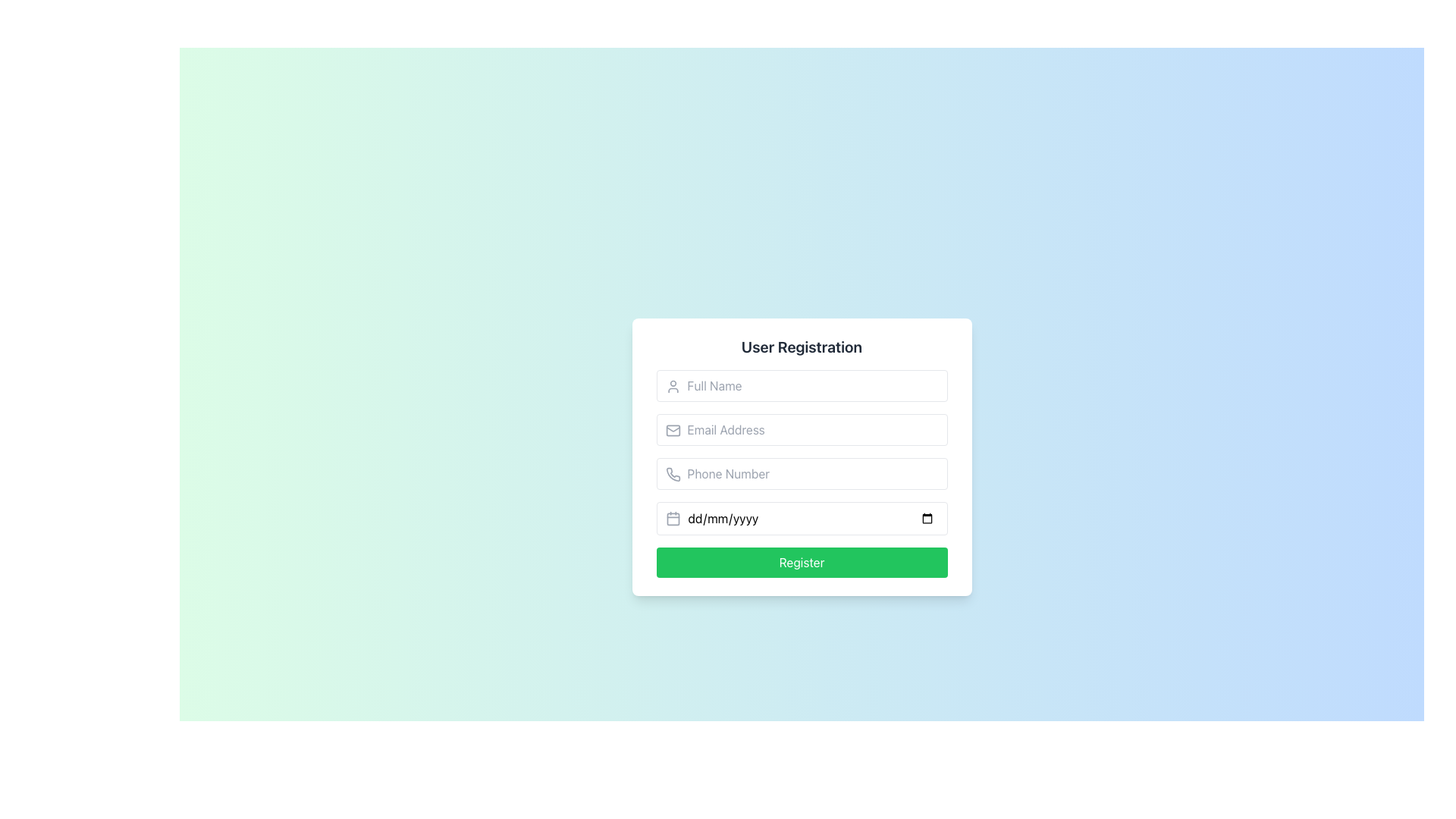 Image resolution: width=1456 pixels, height=819 pixels. I want to click on the second input field for email addresses in the registration form, so click(801, 430).